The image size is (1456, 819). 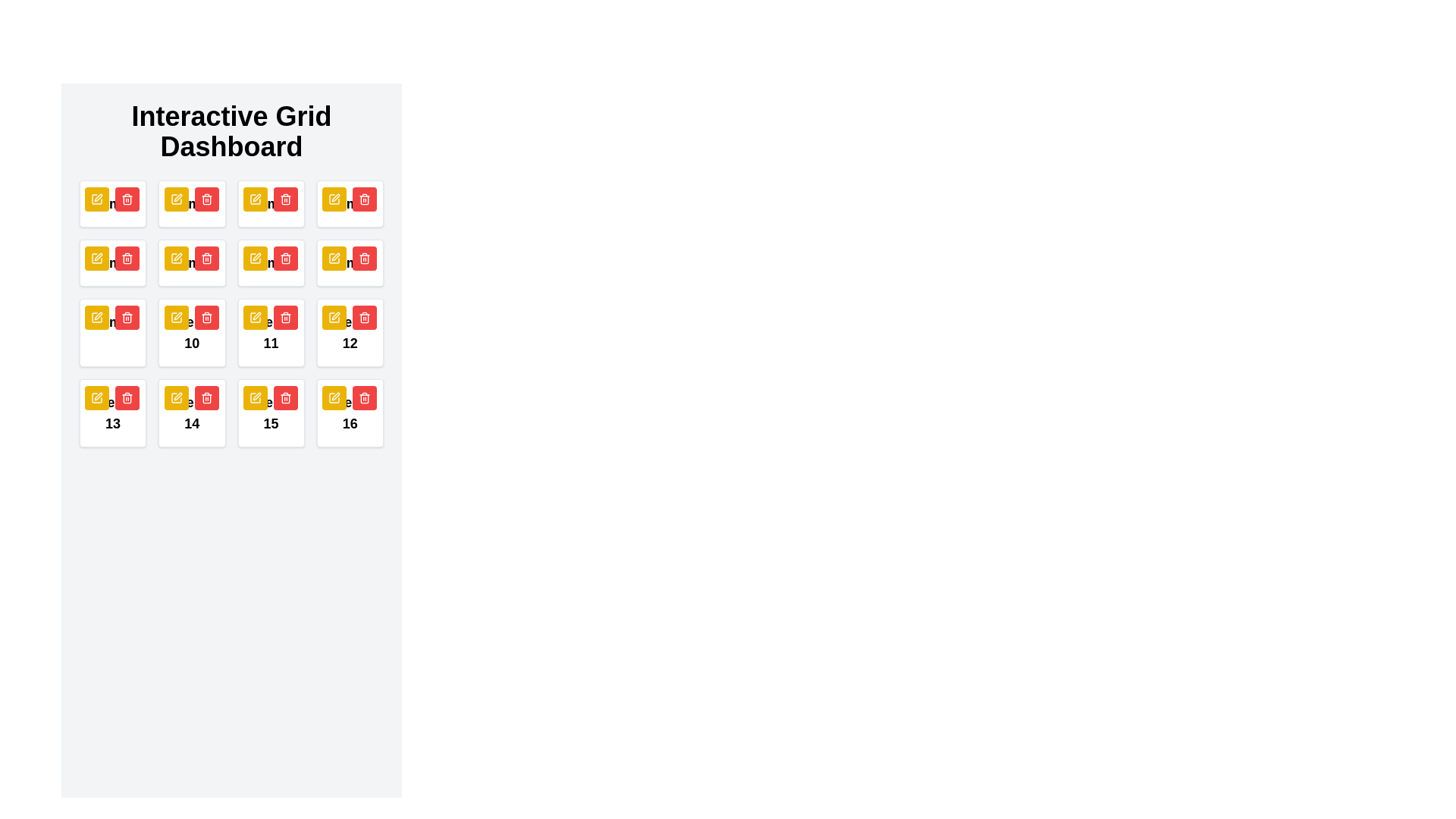 I want to click on the icon button resembling a pen overlaying a square outline, which signifies editing functionality, located in the top-left corner of the first card in the dashboard, so click(x=98, y=197).